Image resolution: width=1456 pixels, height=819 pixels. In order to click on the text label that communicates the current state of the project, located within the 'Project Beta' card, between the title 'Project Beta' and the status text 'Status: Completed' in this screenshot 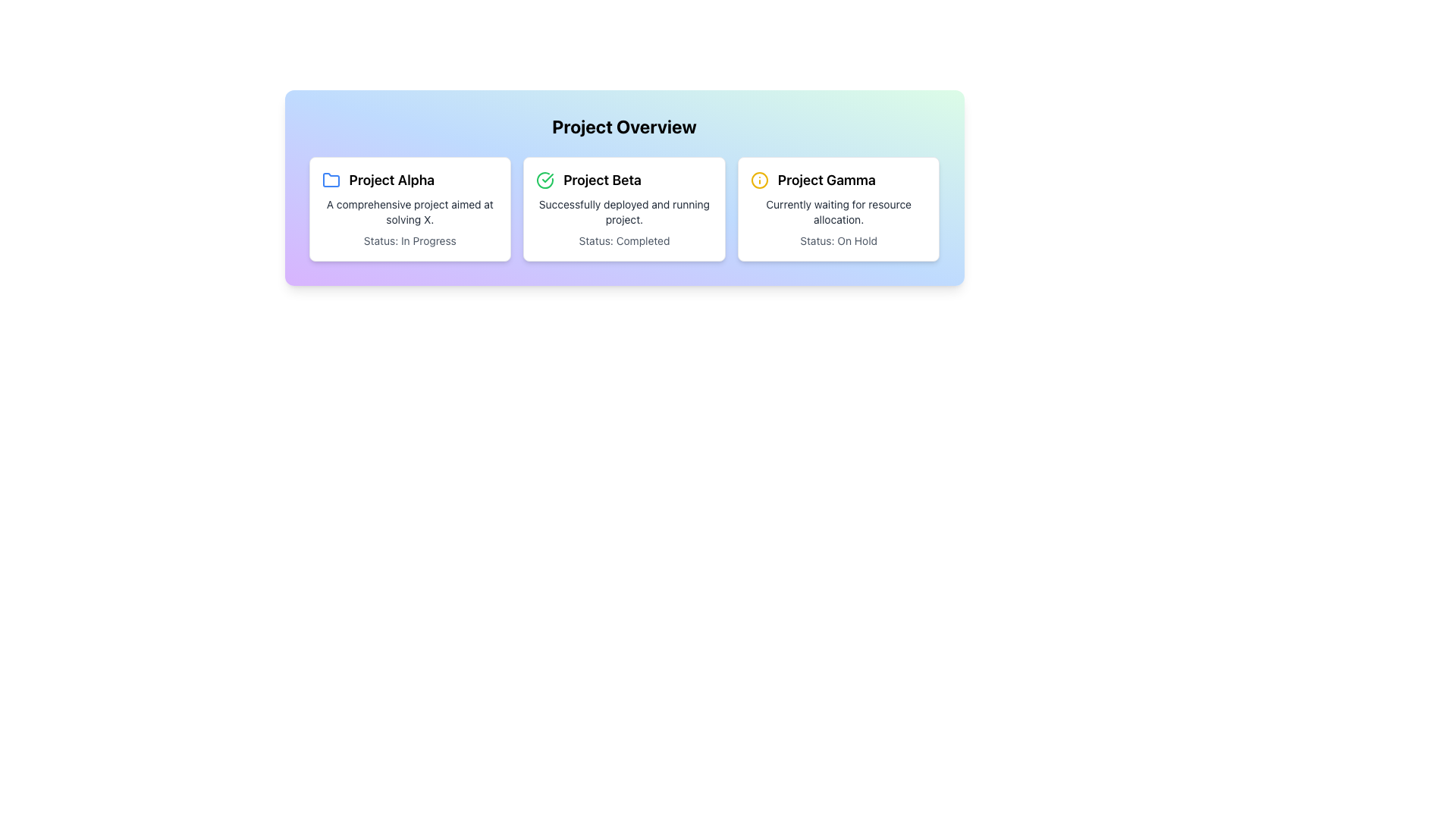, I will do `click(624, 212)`.